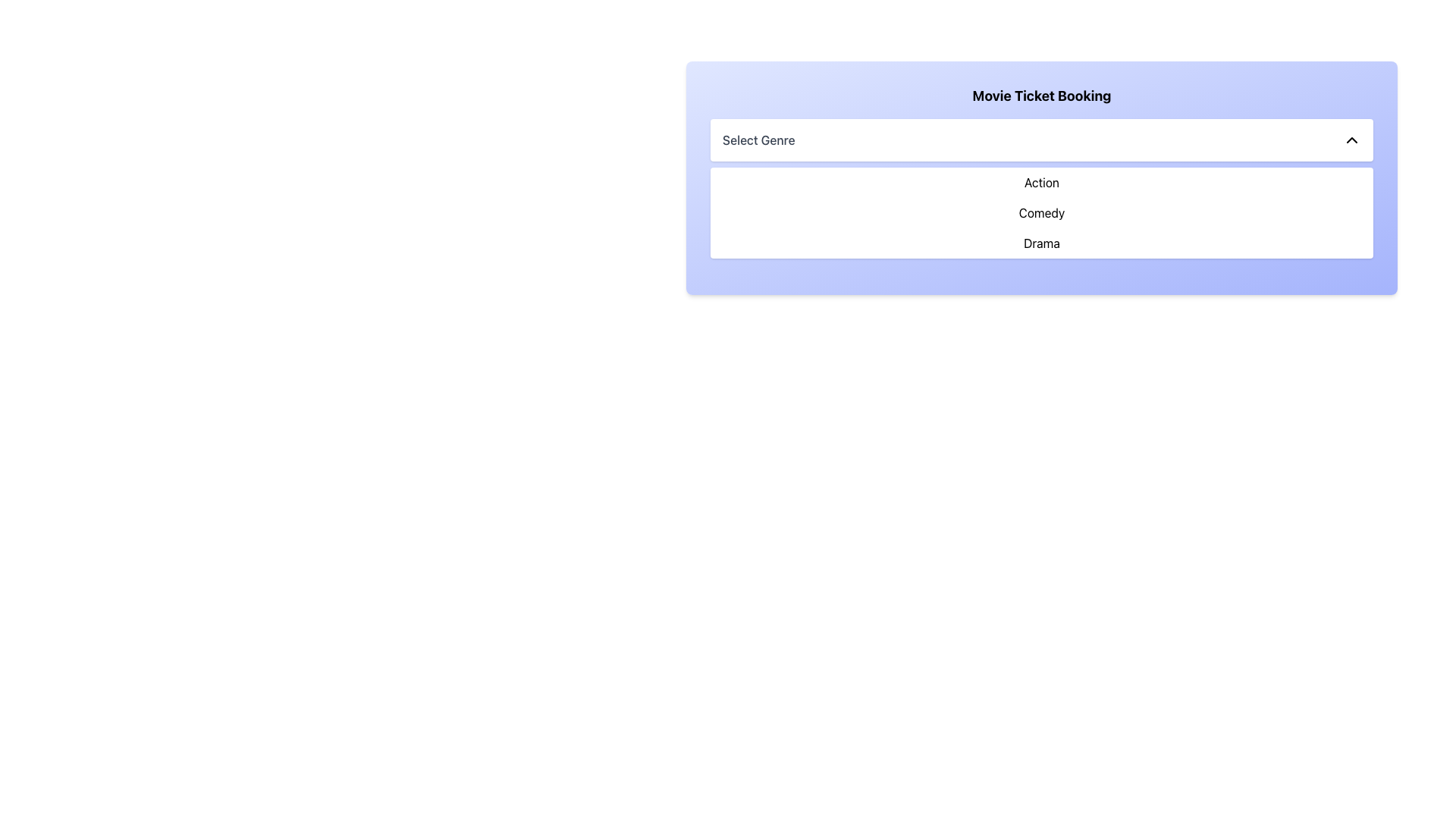 Image resolution: width=1456 pixels, height=819 pixels. I want to click on the 'Drama' dropdown list item, which is the third item in the dropdown under 'Select Genre', so click(1040, 242).